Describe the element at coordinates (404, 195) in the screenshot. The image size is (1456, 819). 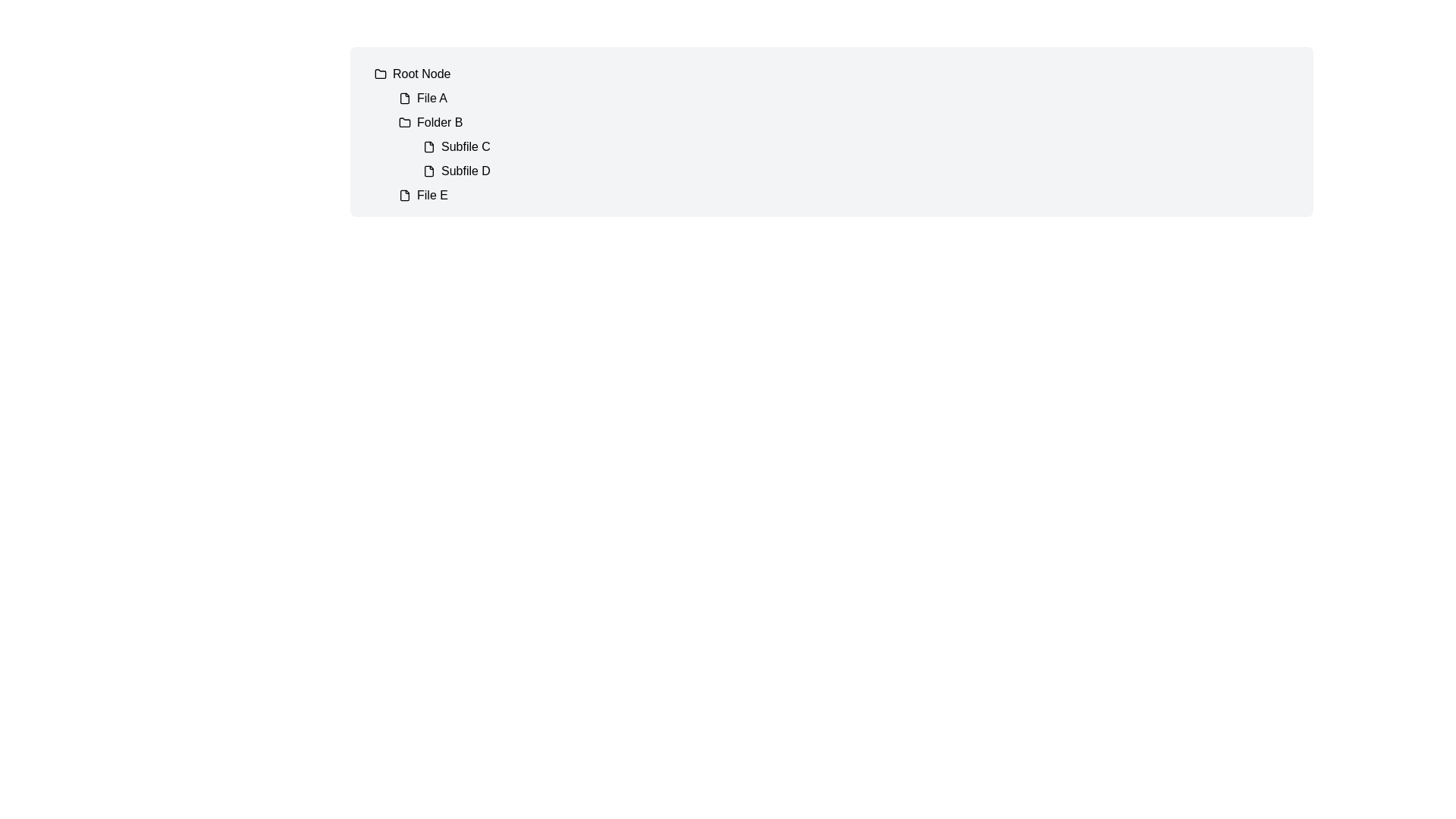
I see `the file icon associated with 'File E' in the file hierarchy to interact with it` at that location.